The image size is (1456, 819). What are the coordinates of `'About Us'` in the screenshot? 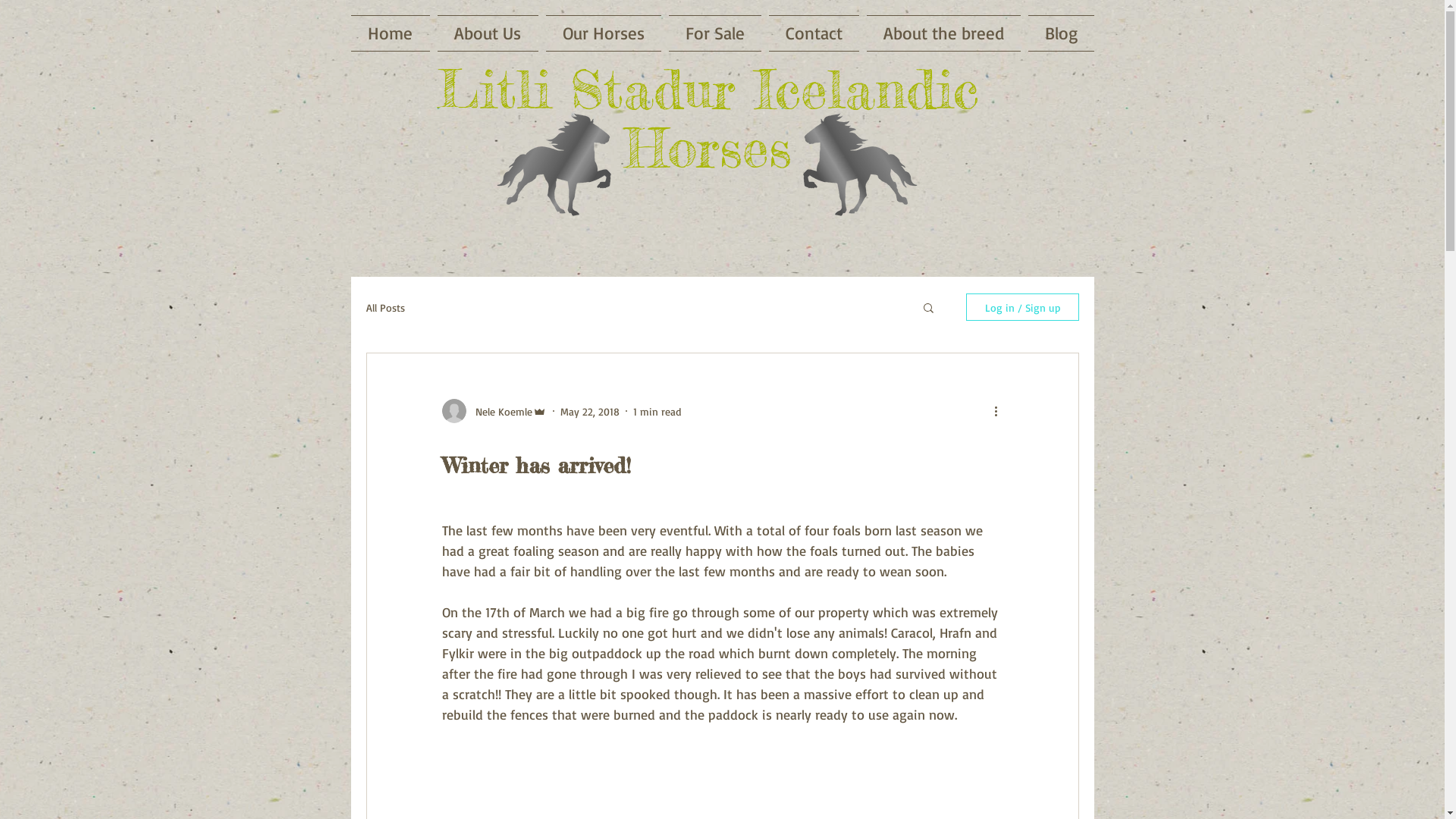 It's located at (488, 33).